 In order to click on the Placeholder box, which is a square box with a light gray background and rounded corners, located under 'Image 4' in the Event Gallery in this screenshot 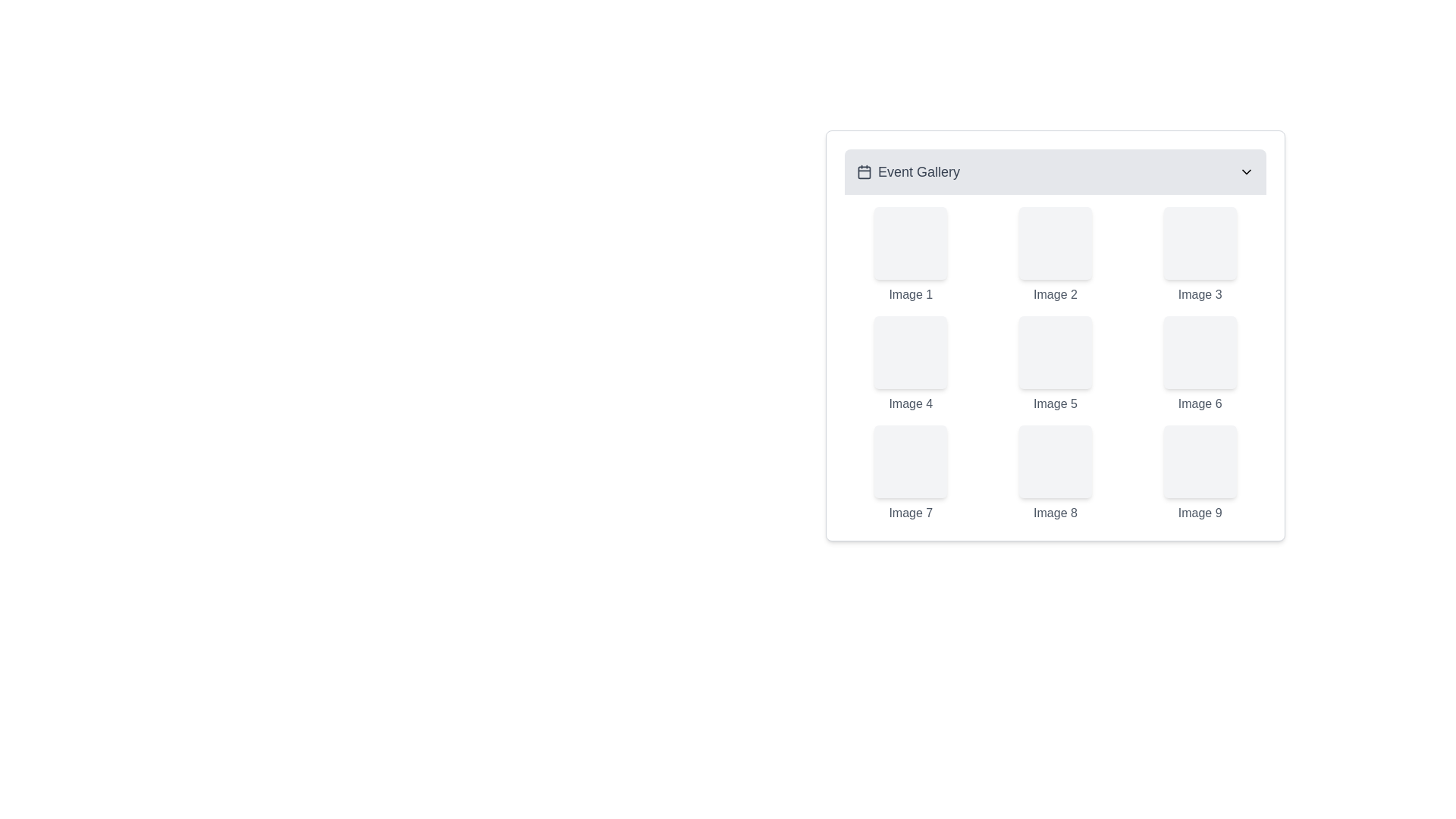, I will do `click(910, 353)`.